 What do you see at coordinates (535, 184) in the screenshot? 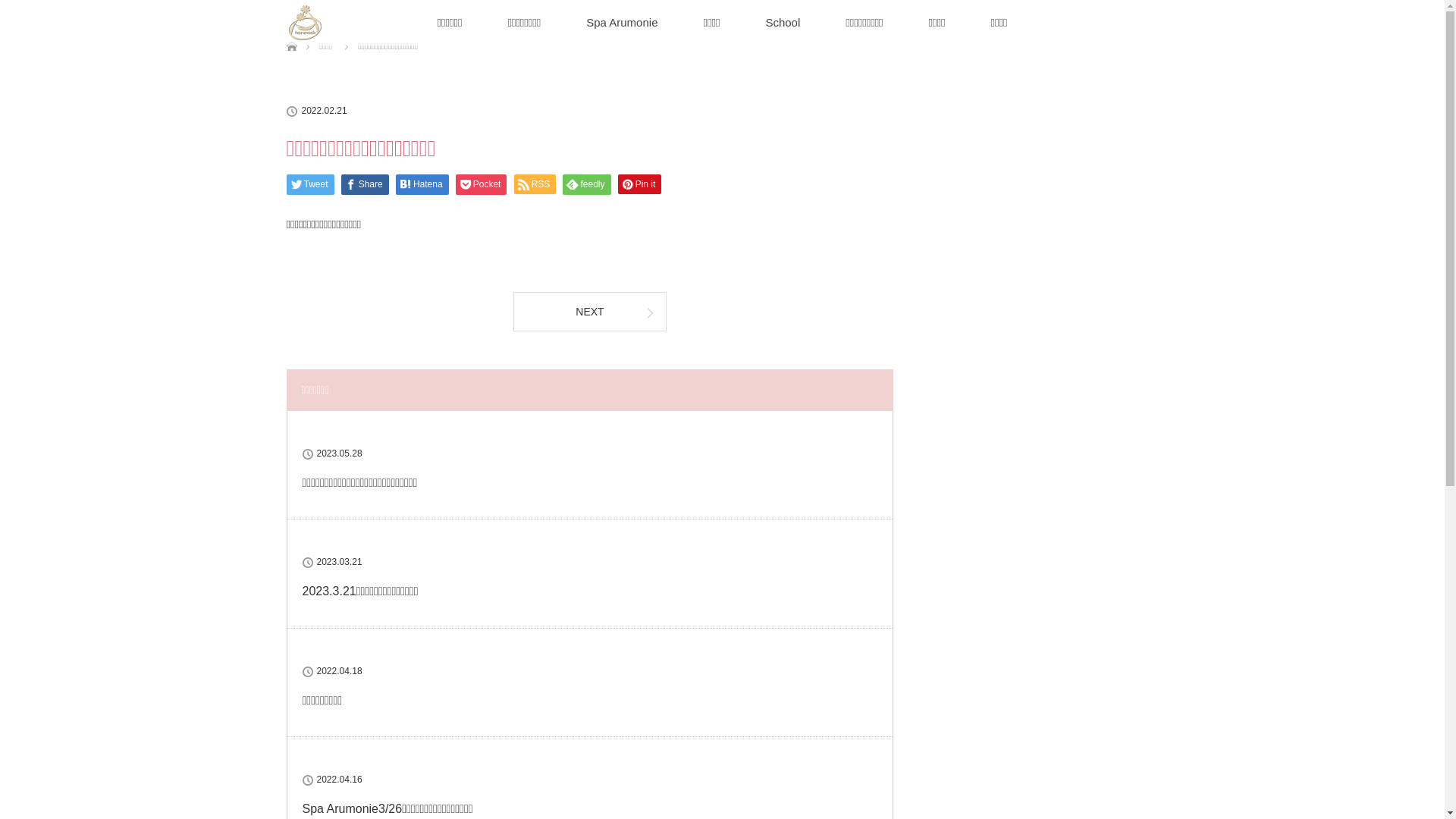
I see `'RSS'` at bounding box center [535, 184].